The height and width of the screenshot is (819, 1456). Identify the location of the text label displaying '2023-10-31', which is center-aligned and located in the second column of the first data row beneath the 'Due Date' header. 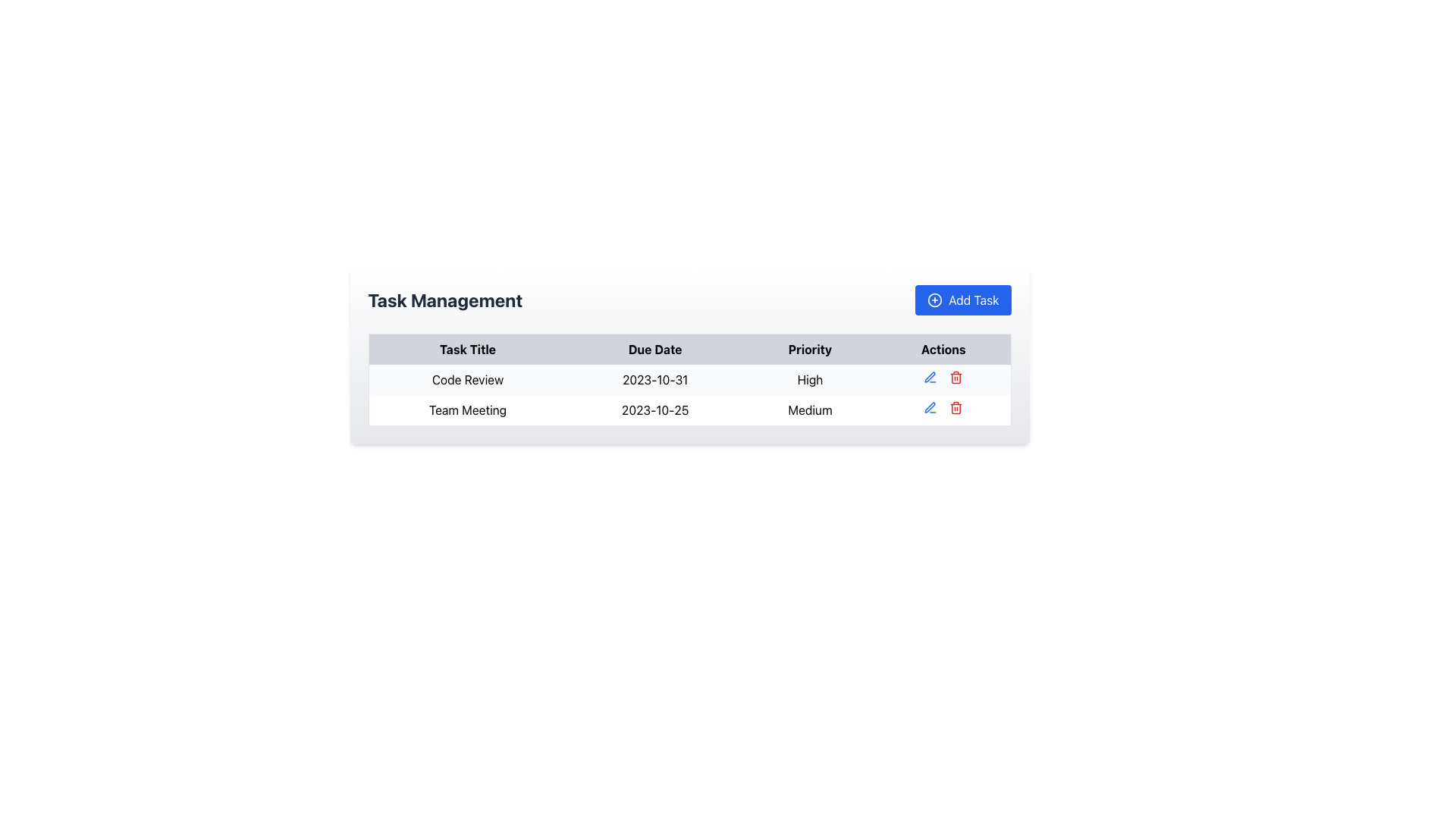
(655, 379).